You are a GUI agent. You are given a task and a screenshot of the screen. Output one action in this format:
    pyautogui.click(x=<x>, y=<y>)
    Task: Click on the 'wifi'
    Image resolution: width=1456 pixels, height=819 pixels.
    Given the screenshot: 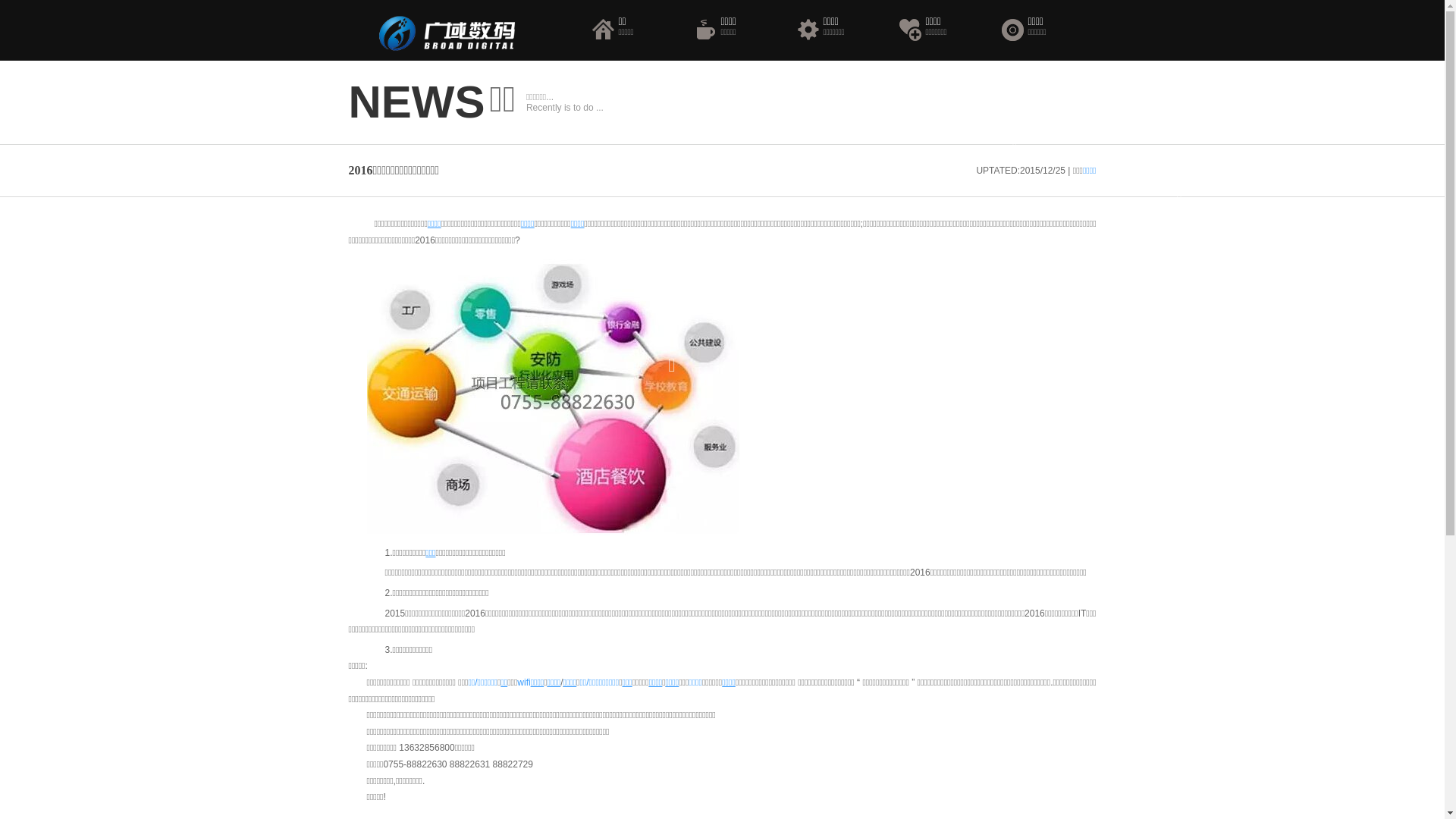 What is the action you would take?
    pyautogui.click(x=523, y=681)
    